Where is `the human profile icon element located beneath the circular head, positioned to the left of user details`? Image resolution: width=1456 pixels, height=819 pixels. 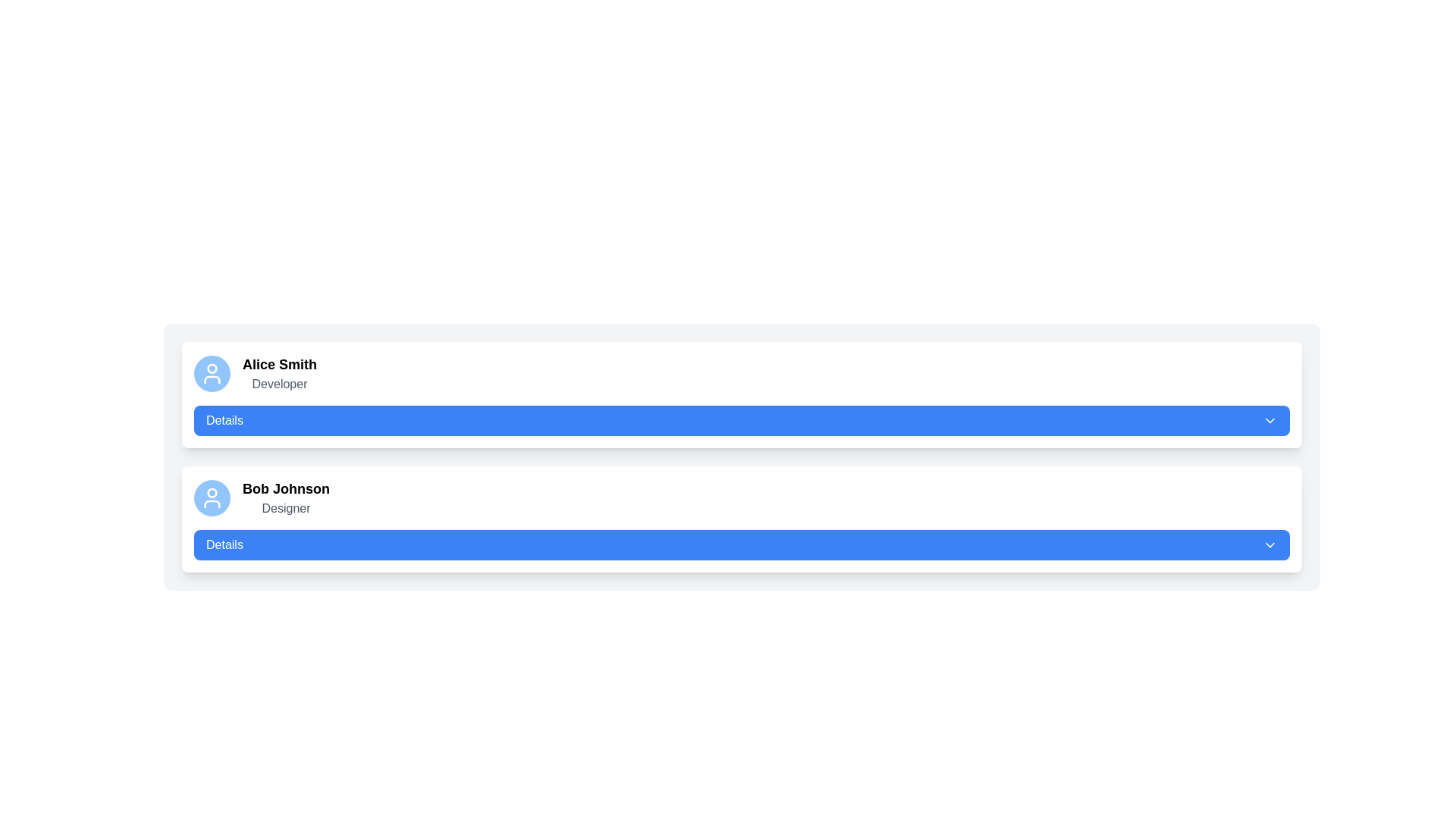
the human profile icon element located beneath the circular head, positioned to the left of user details is located at coordinates (211, 379).